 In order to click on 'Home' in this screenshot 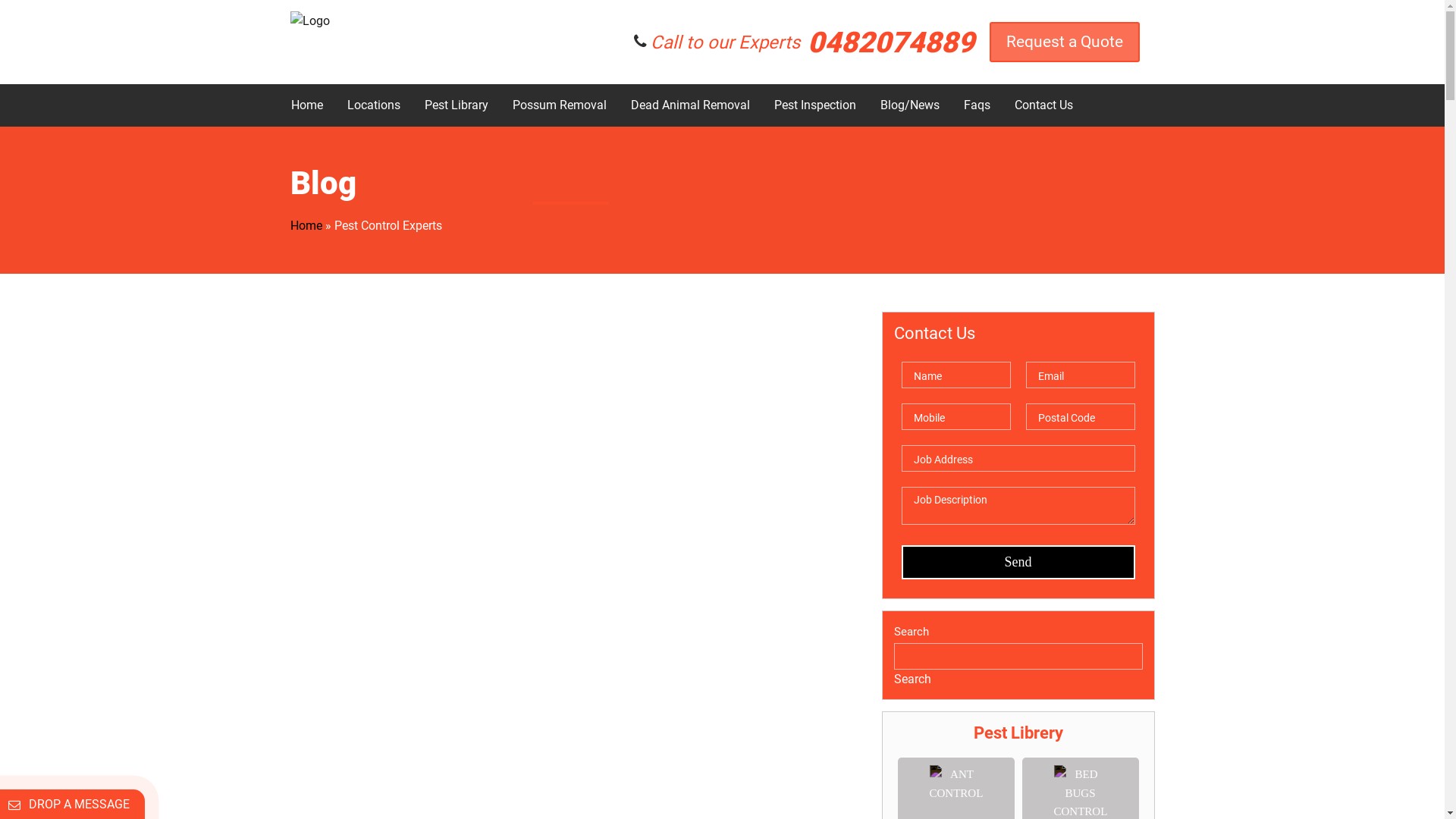, I will do `click(279, 104)`.